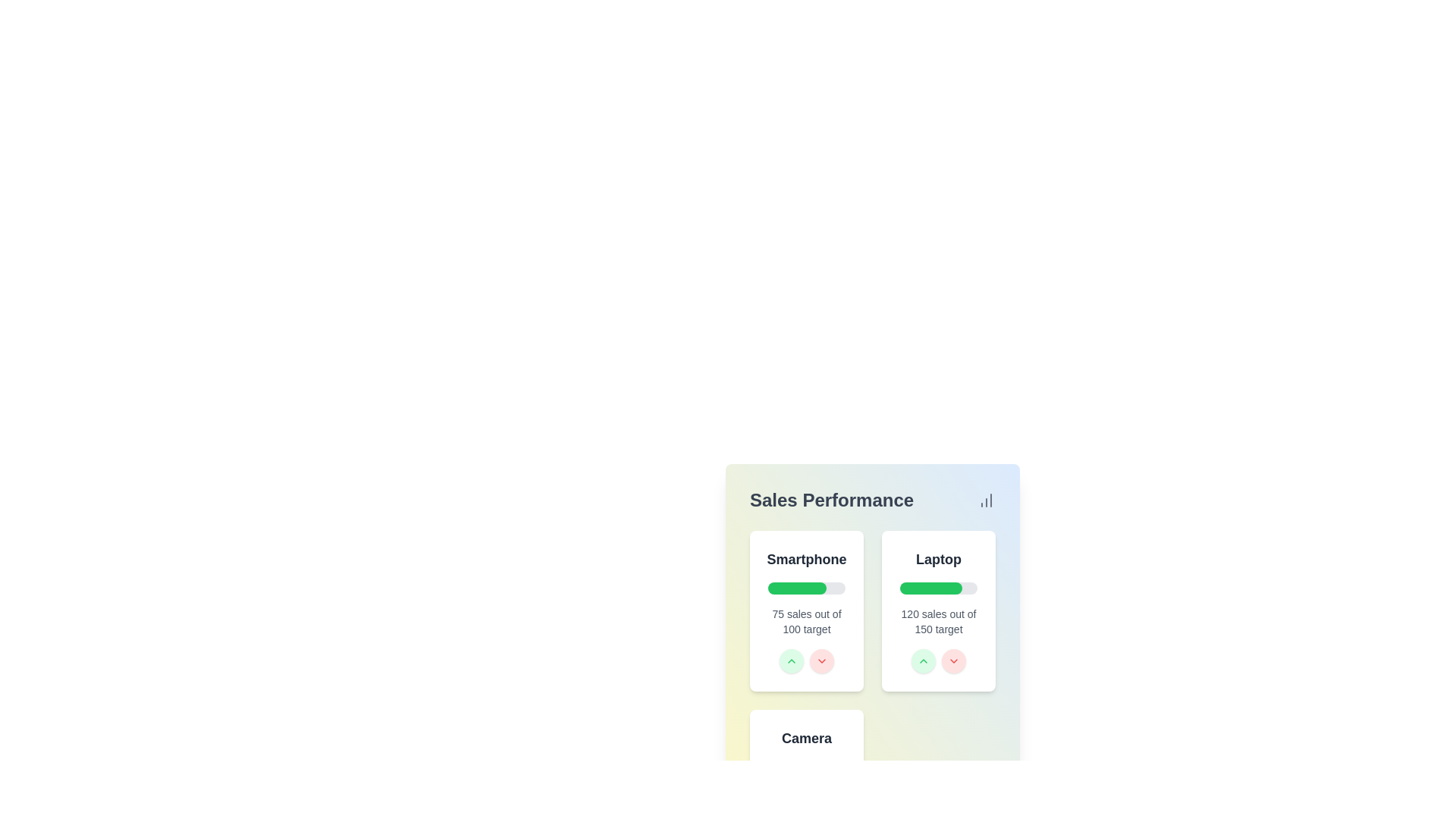 This screenshot has height=819, width=1456. Describe the element at coordinates (821, 660) in the screenshot. I see `the decrement button located directly below the green button with an upward chevron in the 'Sales Performance' section of the 'Smartphone' performance card` at that location.